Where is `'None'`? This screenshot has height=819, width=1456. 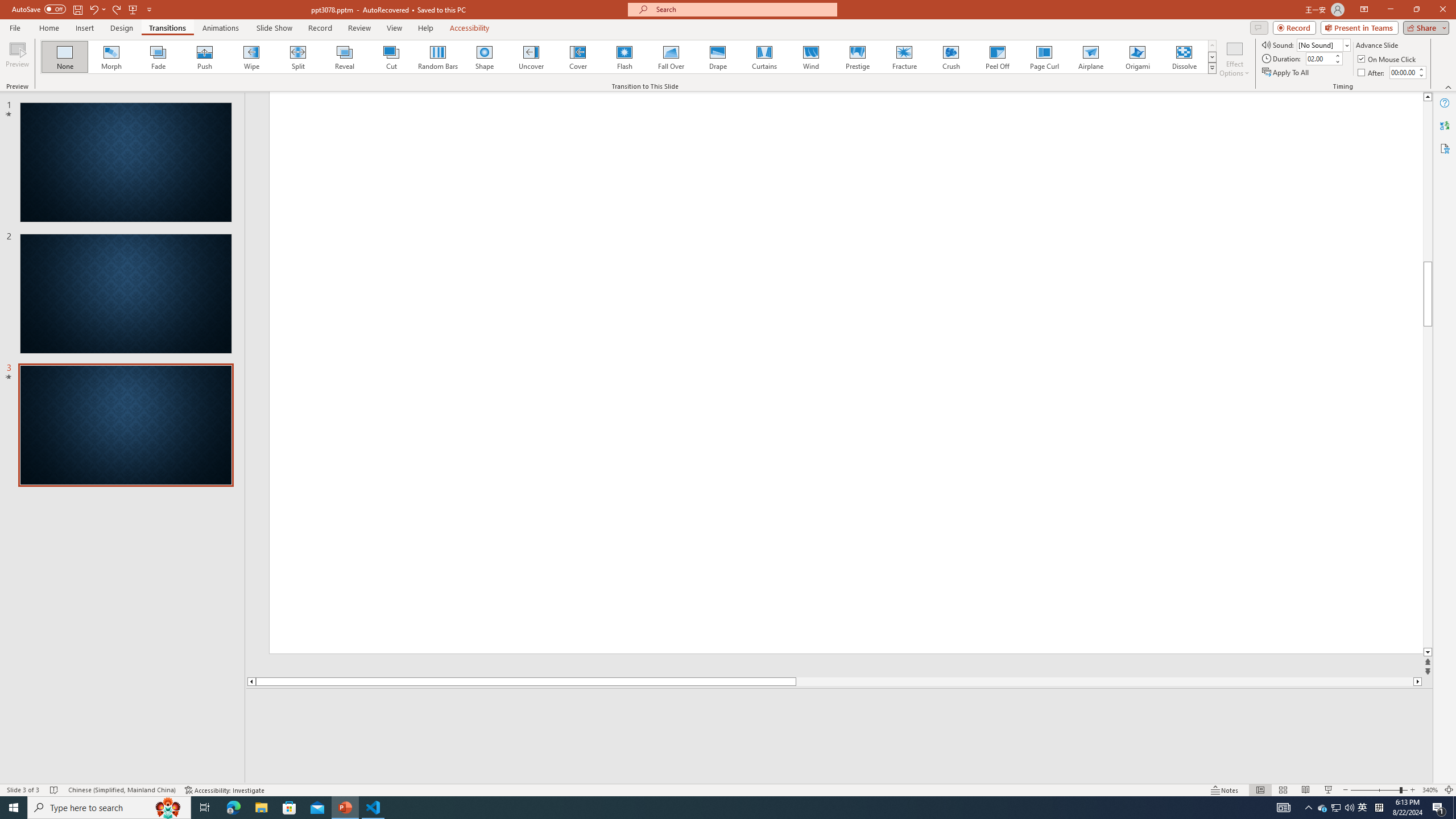 'None' is located at coordinates (65, 56).